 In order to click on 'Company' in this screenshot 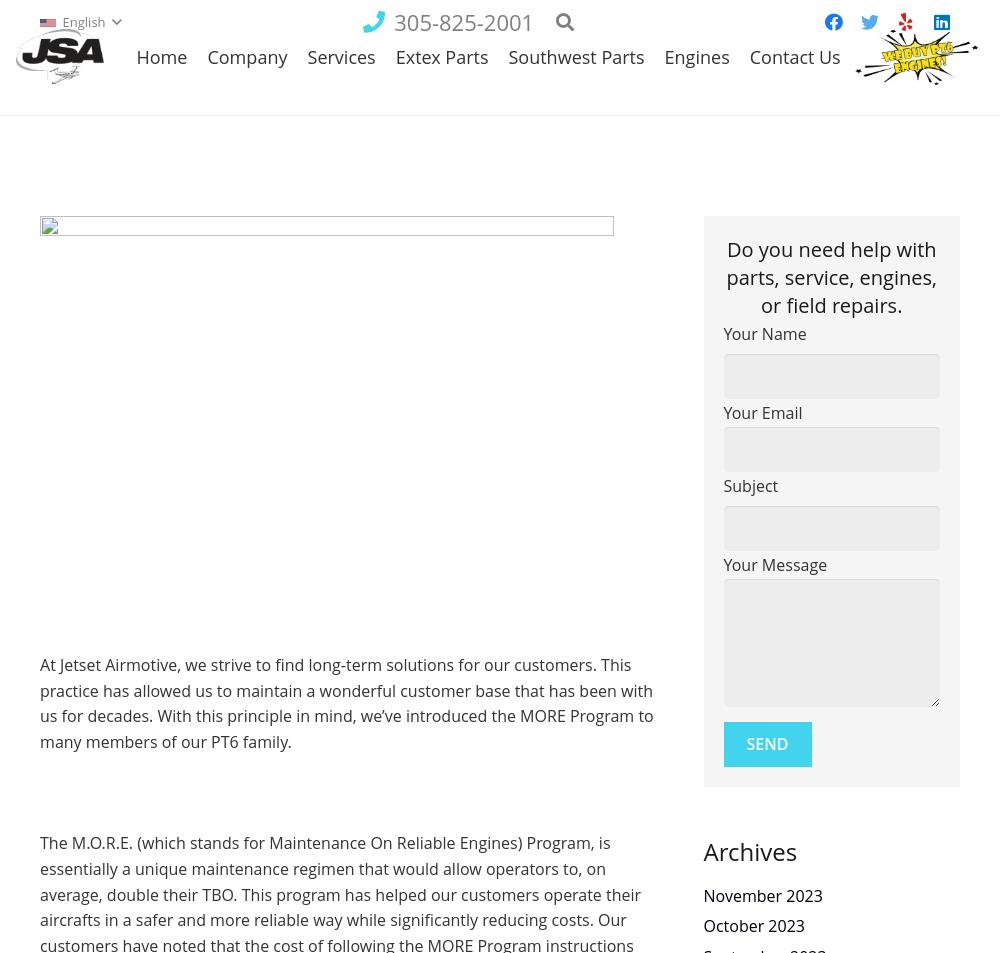, I will do `click(246, 112)`.